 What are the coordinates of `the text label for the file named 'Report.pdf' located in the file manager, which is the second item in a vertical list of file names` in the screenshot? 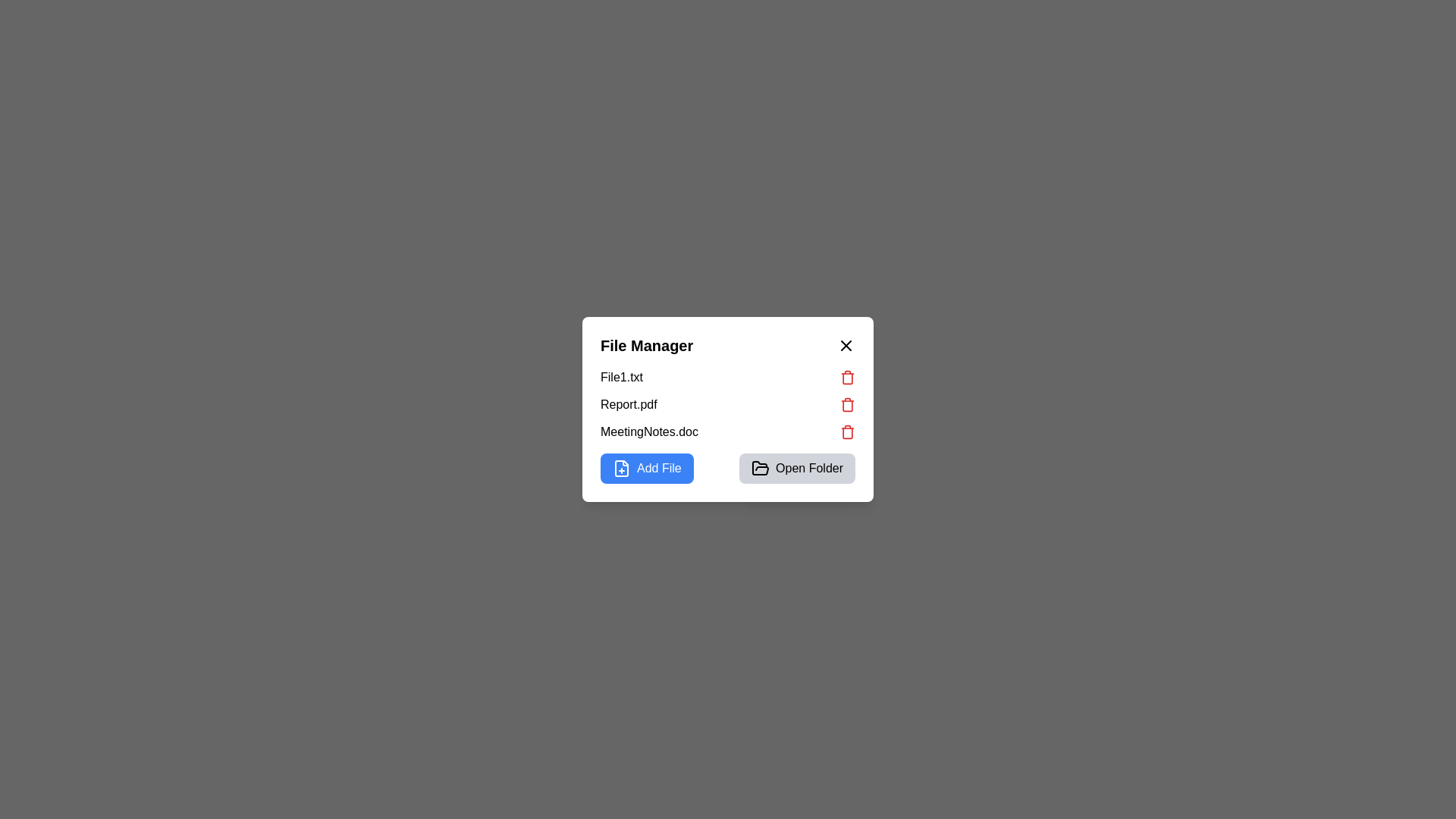 It's located at (629, 403).